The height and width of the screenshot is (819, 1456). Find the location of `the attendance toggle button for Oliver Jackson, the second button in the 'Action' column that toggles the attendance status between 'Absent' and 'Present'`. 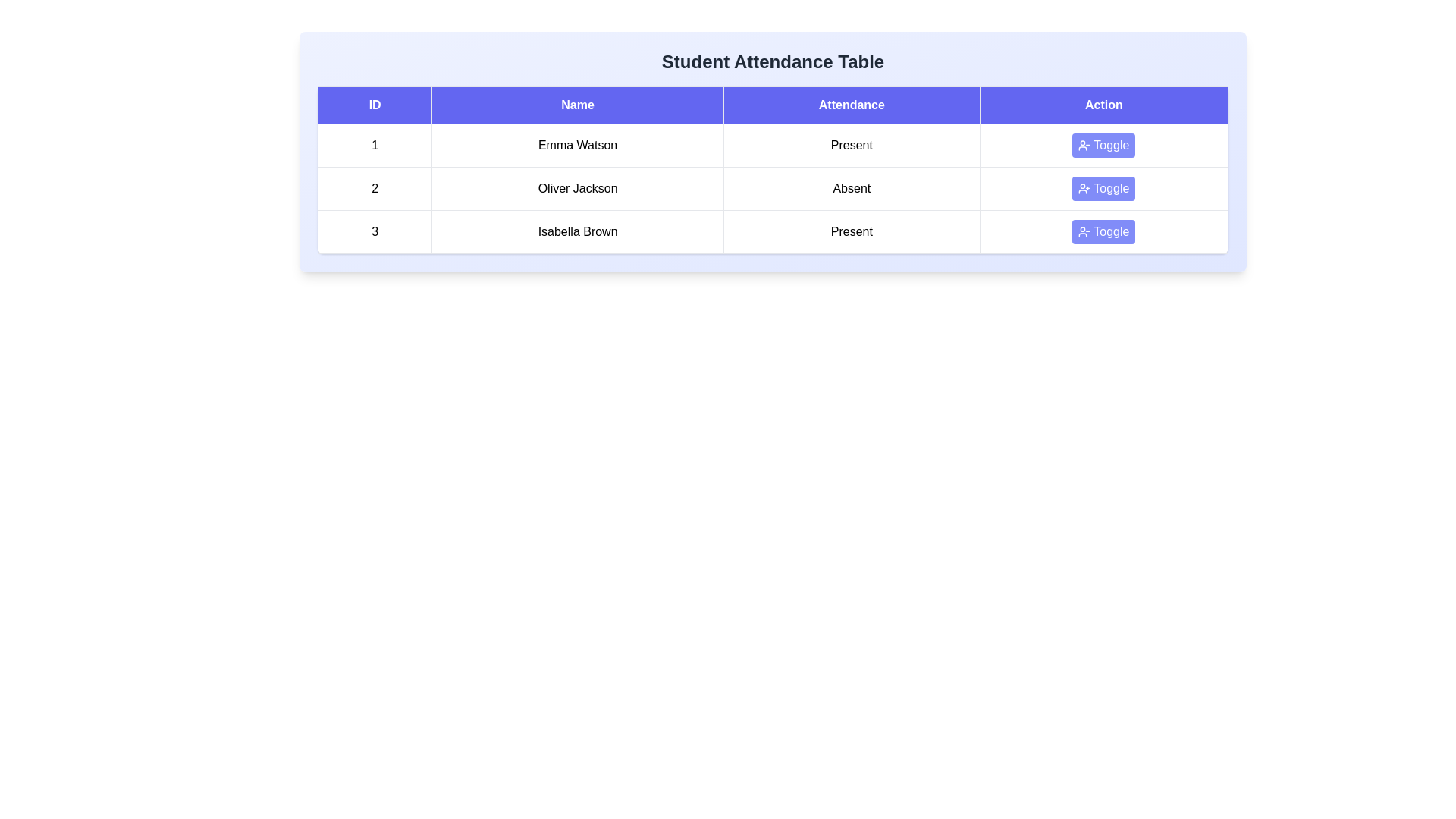

the attendance toggle button for Oliver Jackson, the second button in the 'Action' column that toggles the attendance status between 'Absent' and 'Present' is located at coordinates (1103, 188).